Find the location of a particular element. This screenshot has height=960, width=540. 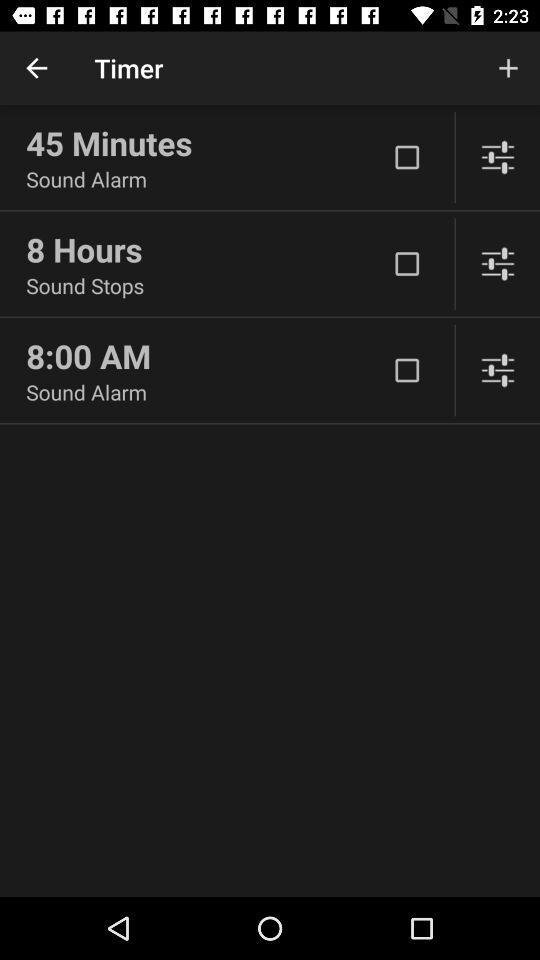

adjust sounds is located at coordinates (496, 263).